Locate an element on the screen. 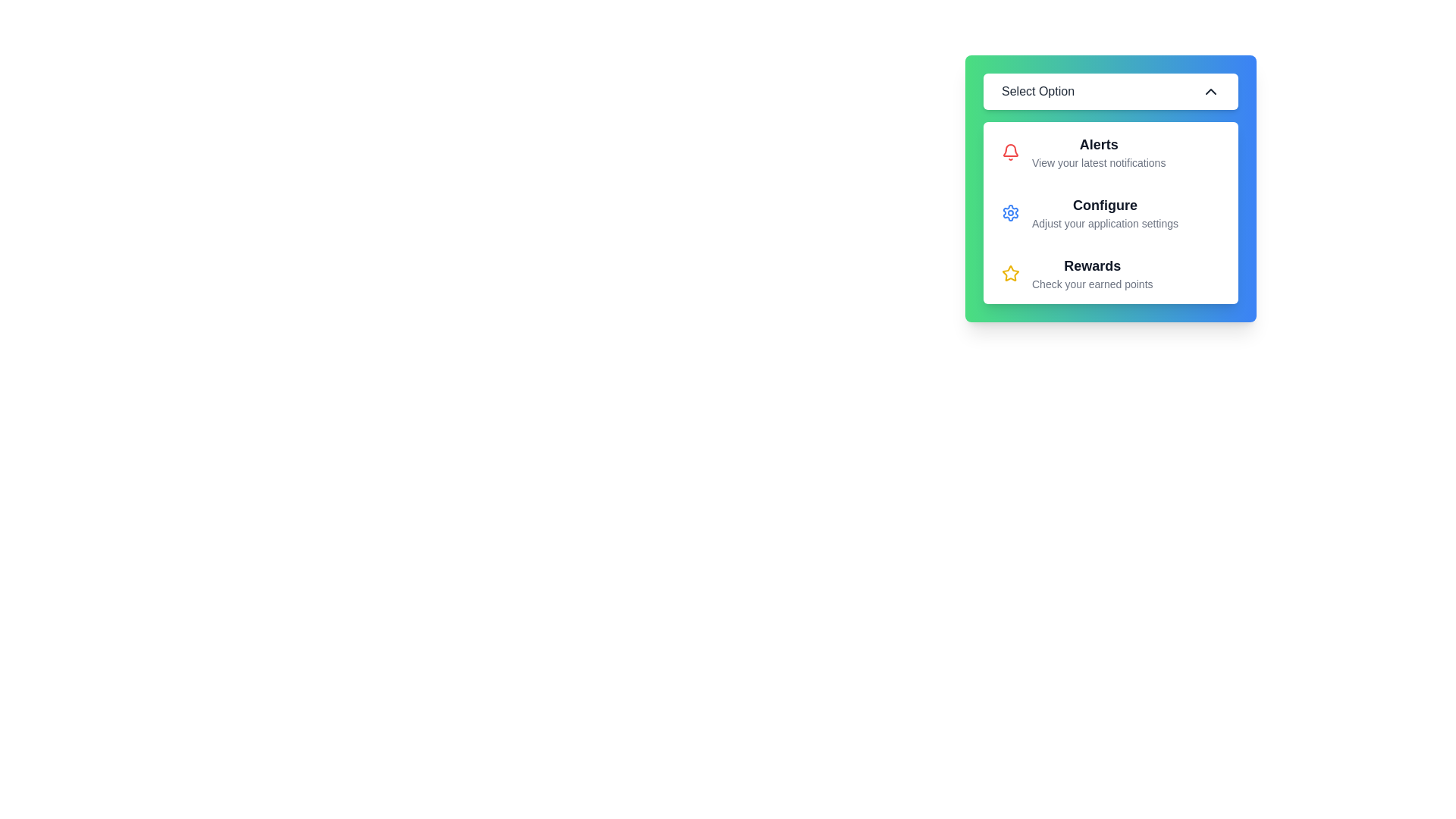  the 'Settings' icon located between 'Alerts' and 'Rewards' is located at coordinates (1011, 213).